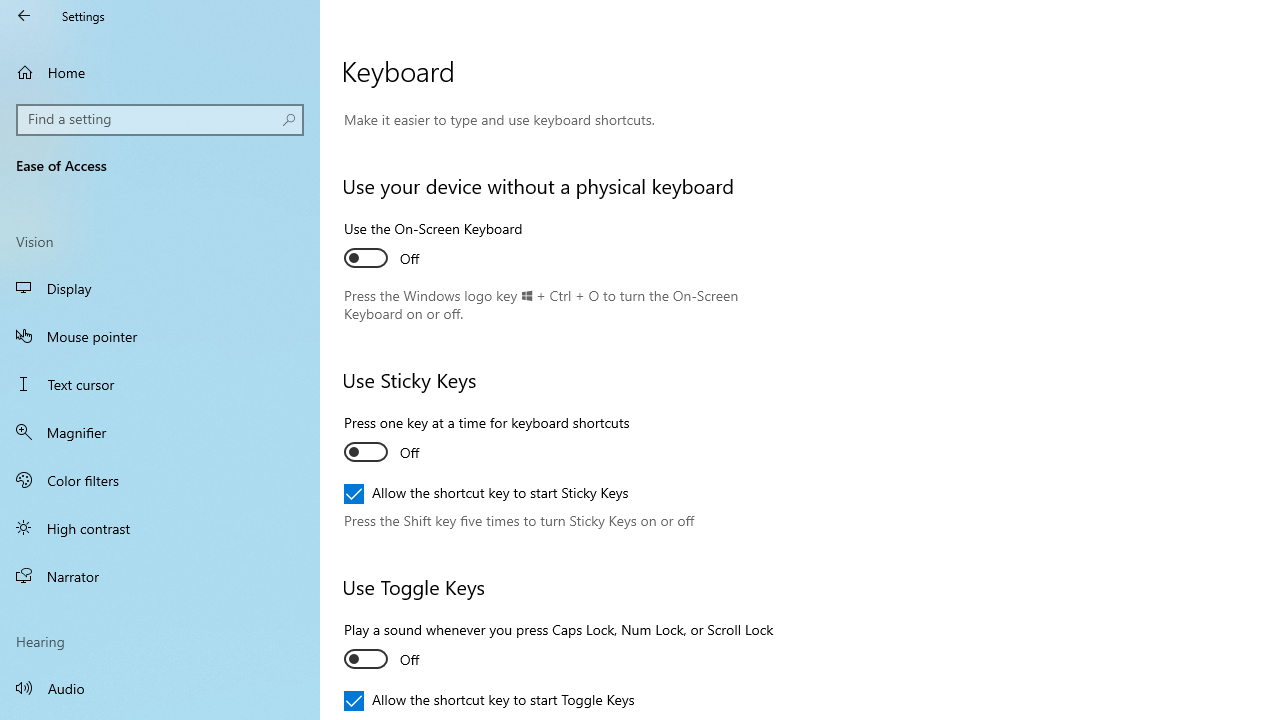  Describe the element at coordinates (432, 245) in the screenshot. I see `'Use the On-Screen Keyboard'` at that location.